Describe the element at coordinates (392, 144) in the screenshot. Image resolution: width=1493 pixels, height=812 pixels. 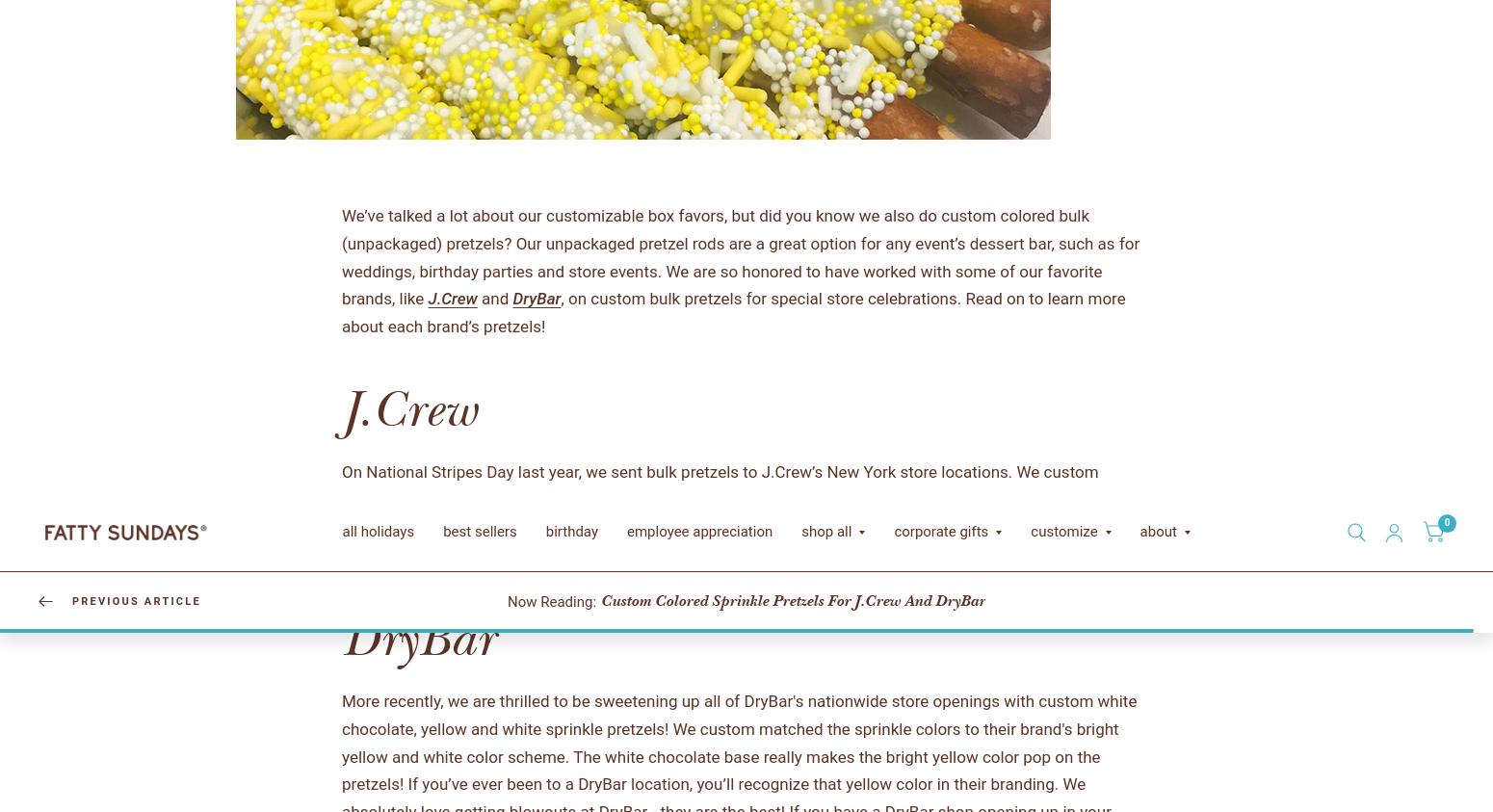
I see `'GET STARTED'` at that location.